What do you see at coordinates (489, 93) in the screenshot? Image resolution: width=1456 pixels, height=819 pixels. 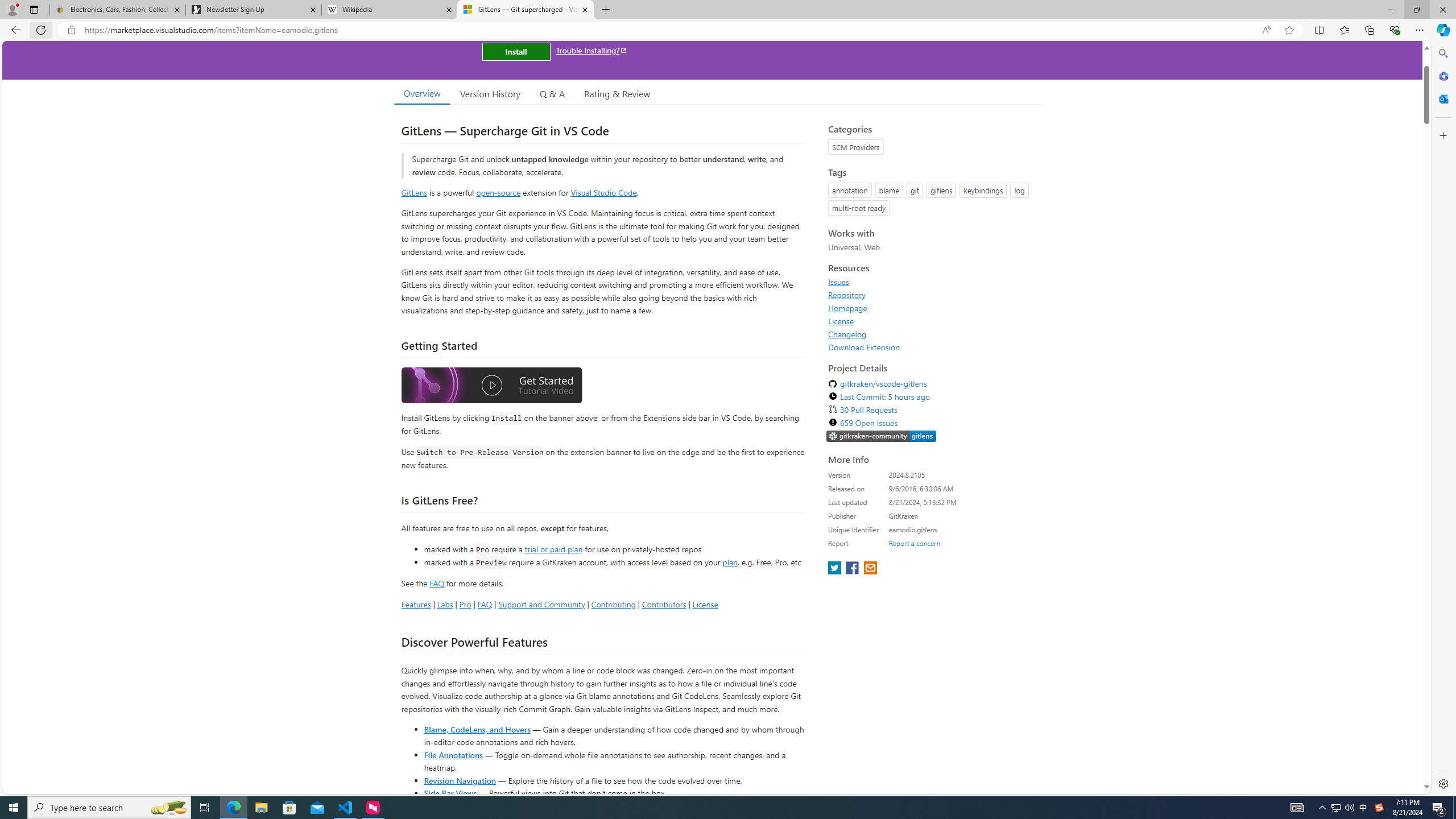 I see `'Version History'` at bounding box center [489, 93].